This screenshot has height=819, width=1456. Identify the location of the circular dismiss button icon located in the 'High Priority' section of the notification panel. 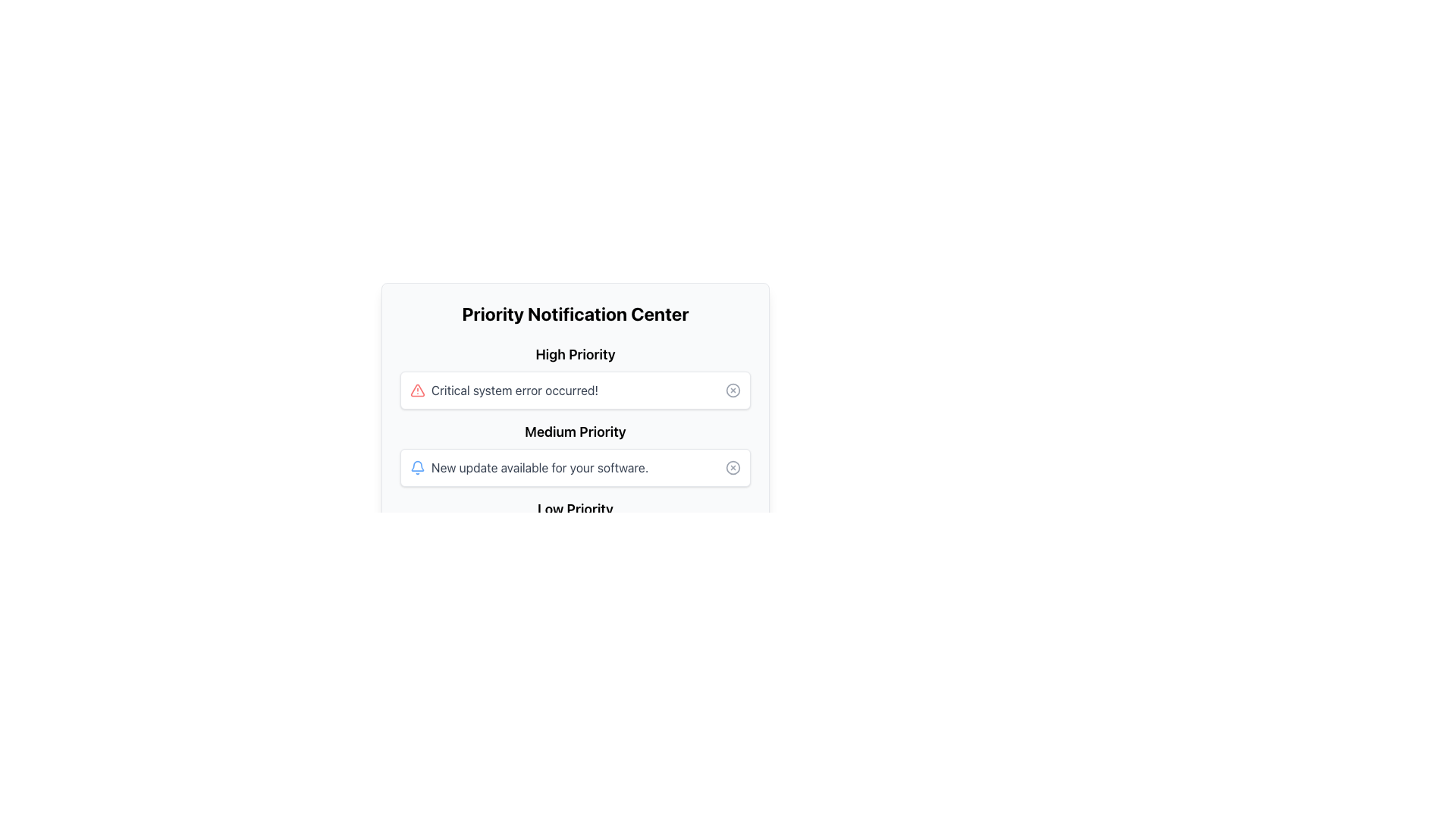
(733, 388).